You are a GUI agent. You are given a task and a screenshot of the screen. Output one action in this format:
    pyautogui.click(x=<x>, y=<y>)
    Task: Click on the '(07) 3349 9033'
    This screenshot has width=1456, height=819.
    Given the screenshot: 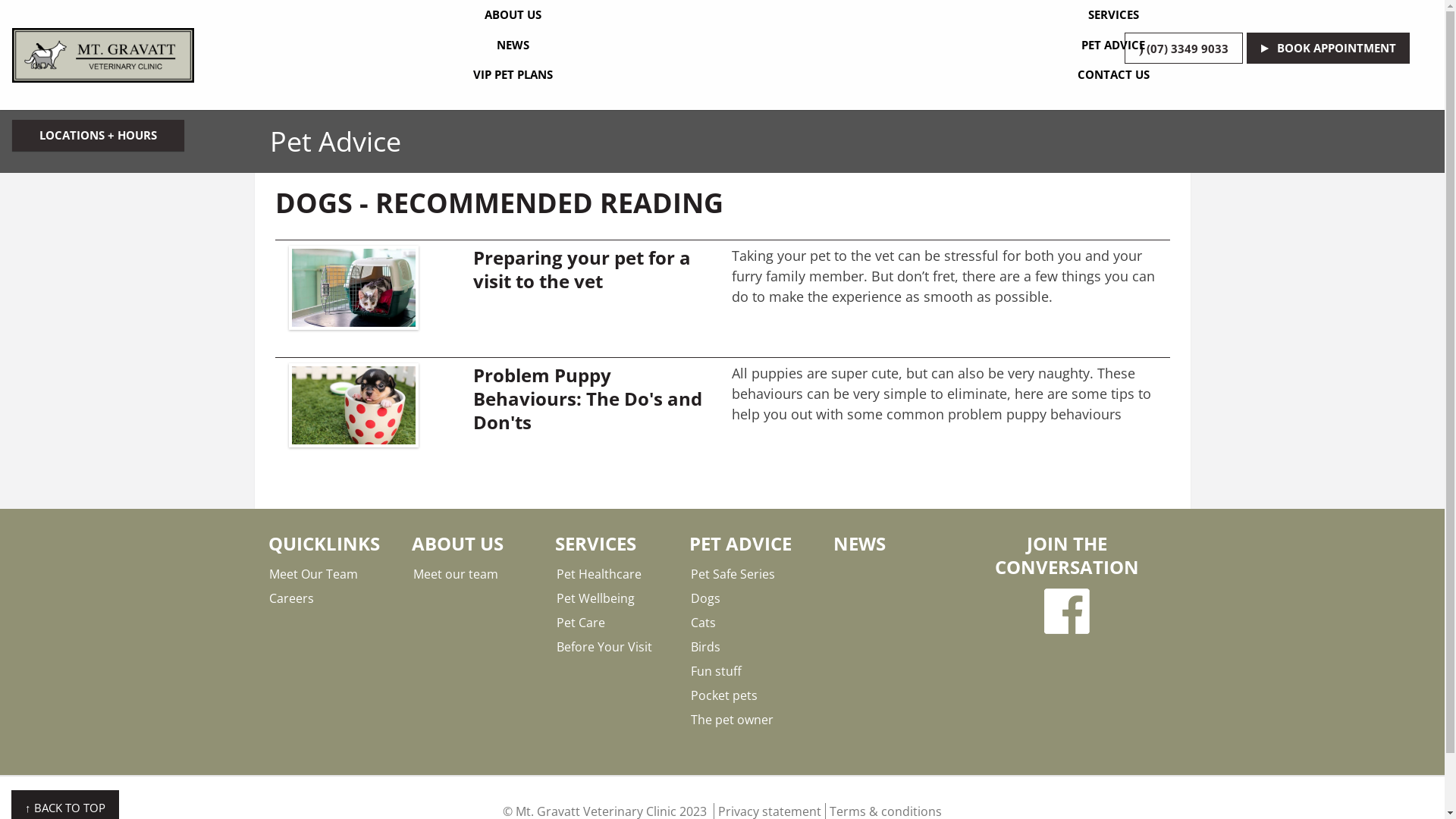 What is the action you would take?
    pyautogui.click(x=1182, y=47)
    